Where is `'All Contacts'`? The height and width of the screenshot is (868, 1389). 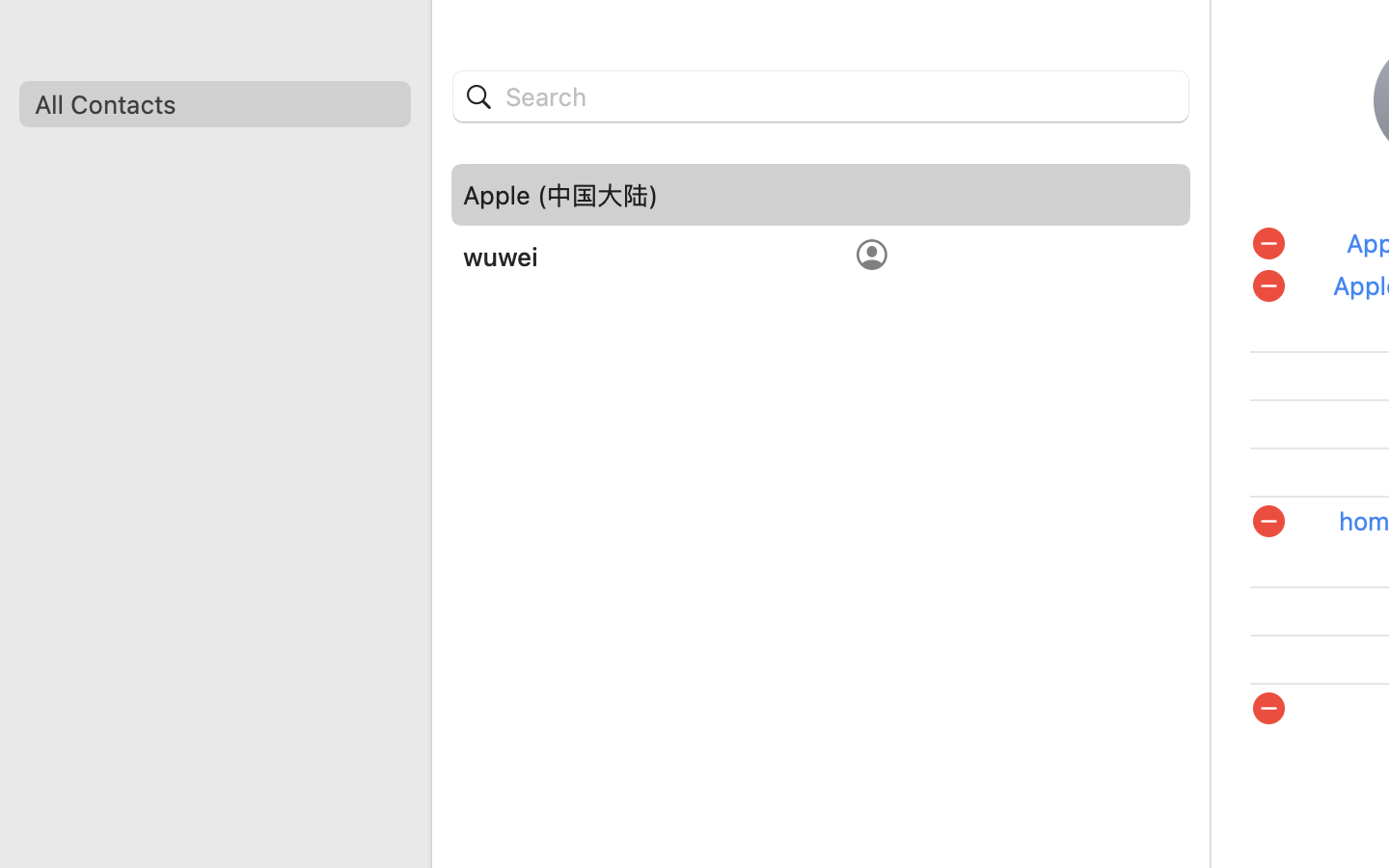 'All Contacts' is located at coordinates (215, 103).